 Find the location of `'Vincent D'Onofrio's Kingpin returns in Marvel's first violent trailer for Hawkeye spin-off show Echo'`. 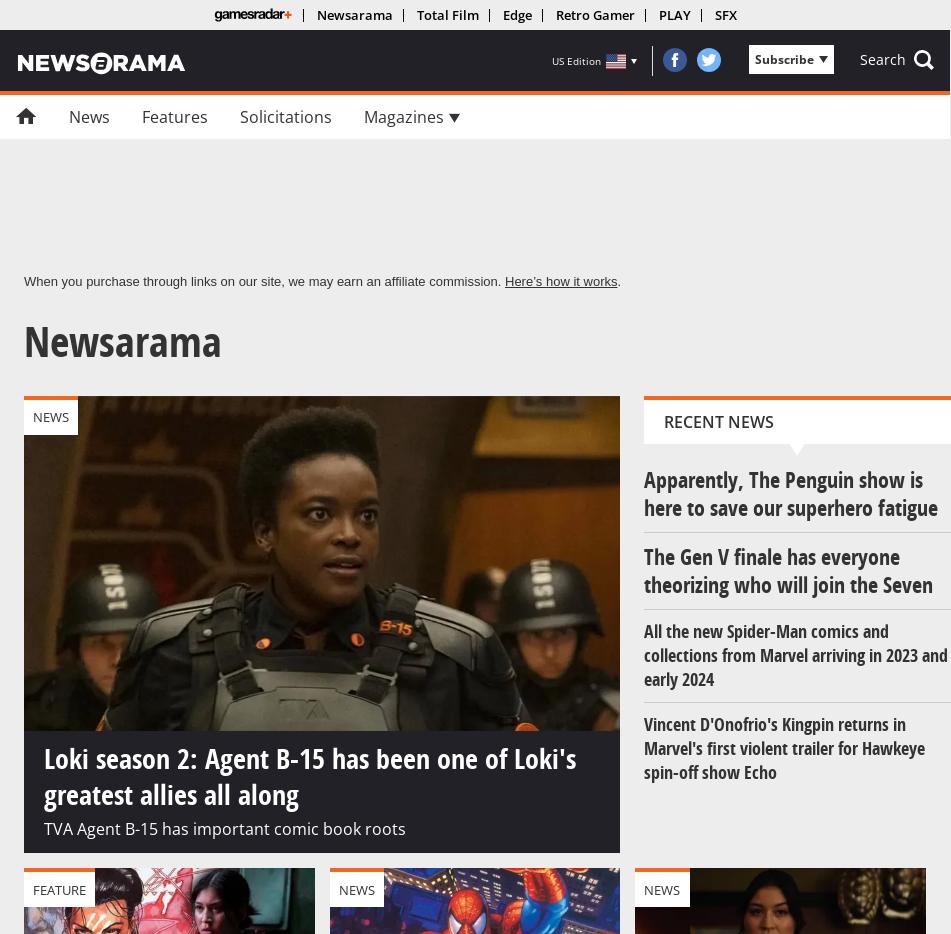

'Vincent D'Onofrio's Kingpin returns in Marvel's first violent trailer for Hawkeye spin-off show Echo' is located at coordinates (782, 747).